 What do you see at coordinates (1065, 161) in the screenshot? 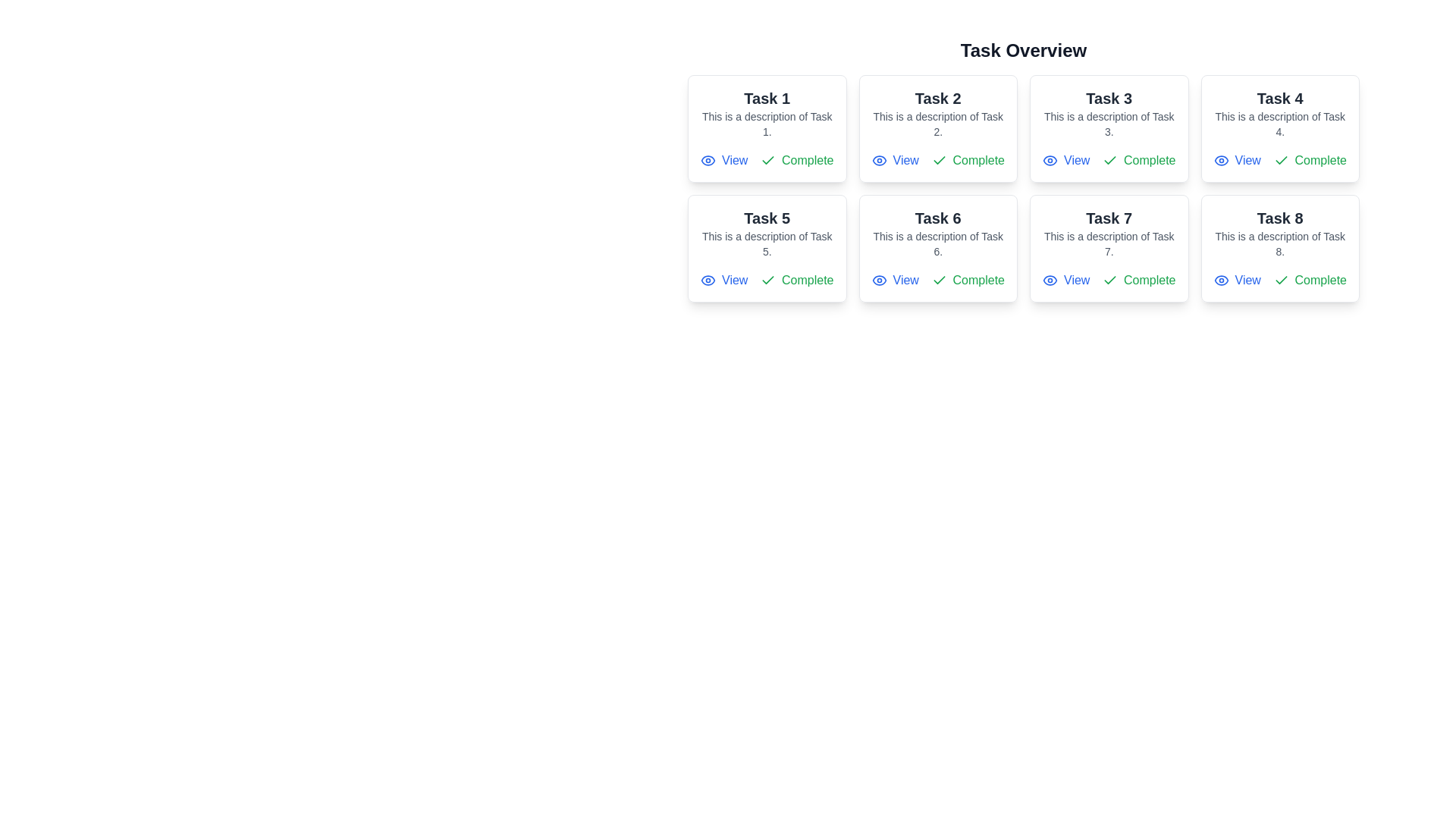
I see `the 'View' button, which is a clickable text label styled in blue italic with an eye icon on its left, located under the 'Task 3' card` at bounding box center [1065, 161].